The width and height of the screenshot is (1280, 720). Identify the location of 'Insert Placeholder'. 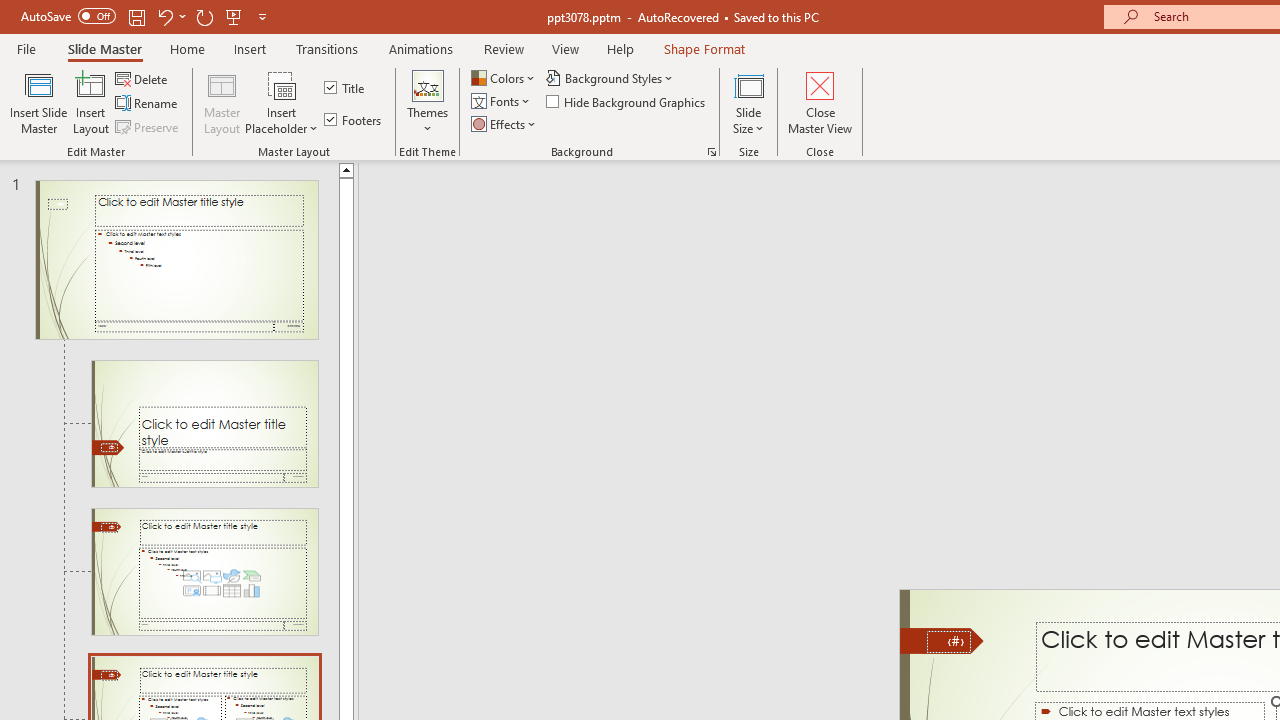
(281, 103).